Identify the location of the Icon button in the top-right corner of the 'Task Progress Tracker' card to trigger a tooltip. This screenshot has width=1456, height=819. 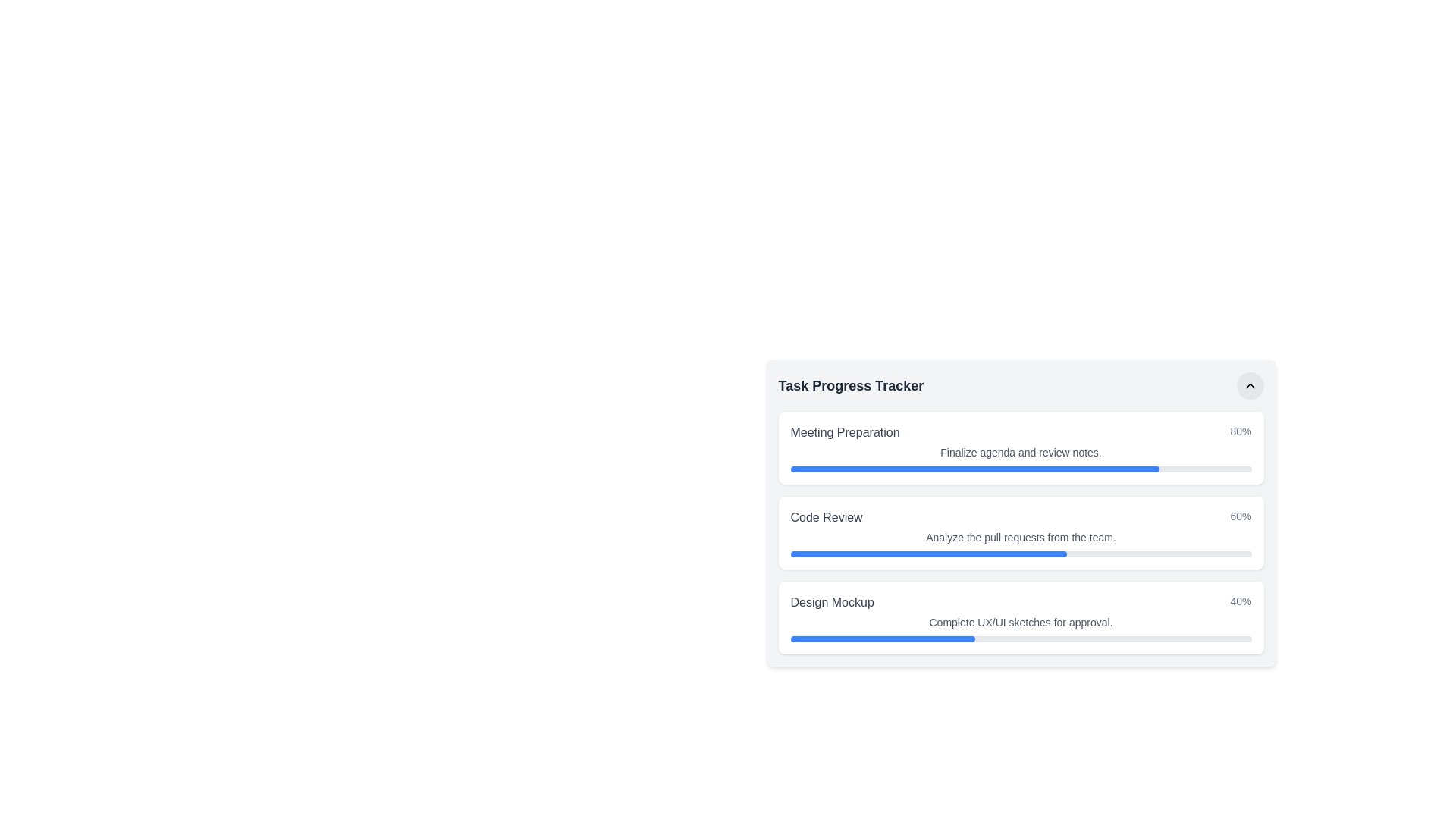
(1250, 385).